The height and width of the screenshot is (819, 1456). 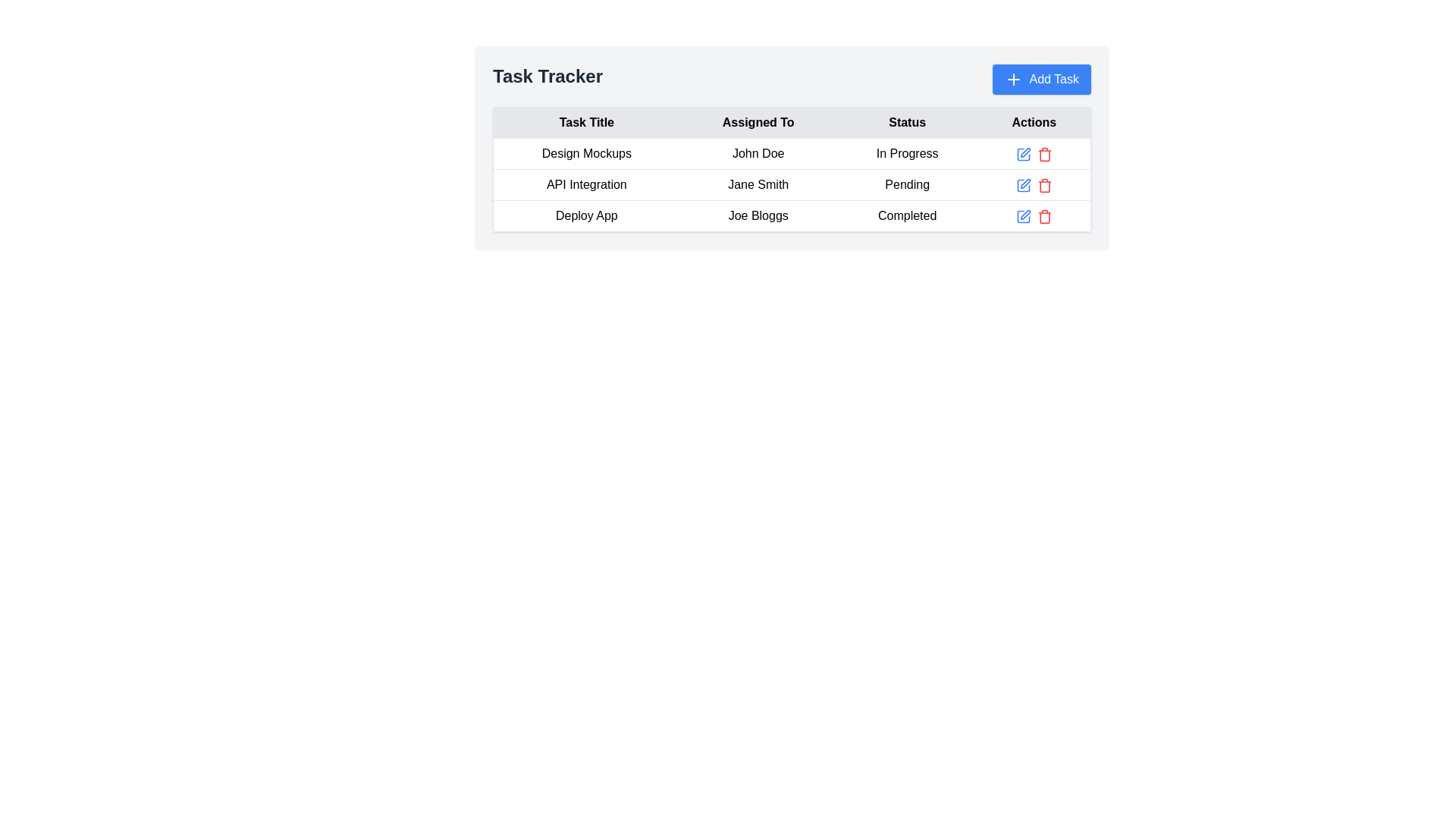 What do you see at coordinates (1043, 216) in the screenshot?
I see `the delete icon in the 'Actions' column of the third row for the 'Deploy App' task` at bounding box center [1043, 216].